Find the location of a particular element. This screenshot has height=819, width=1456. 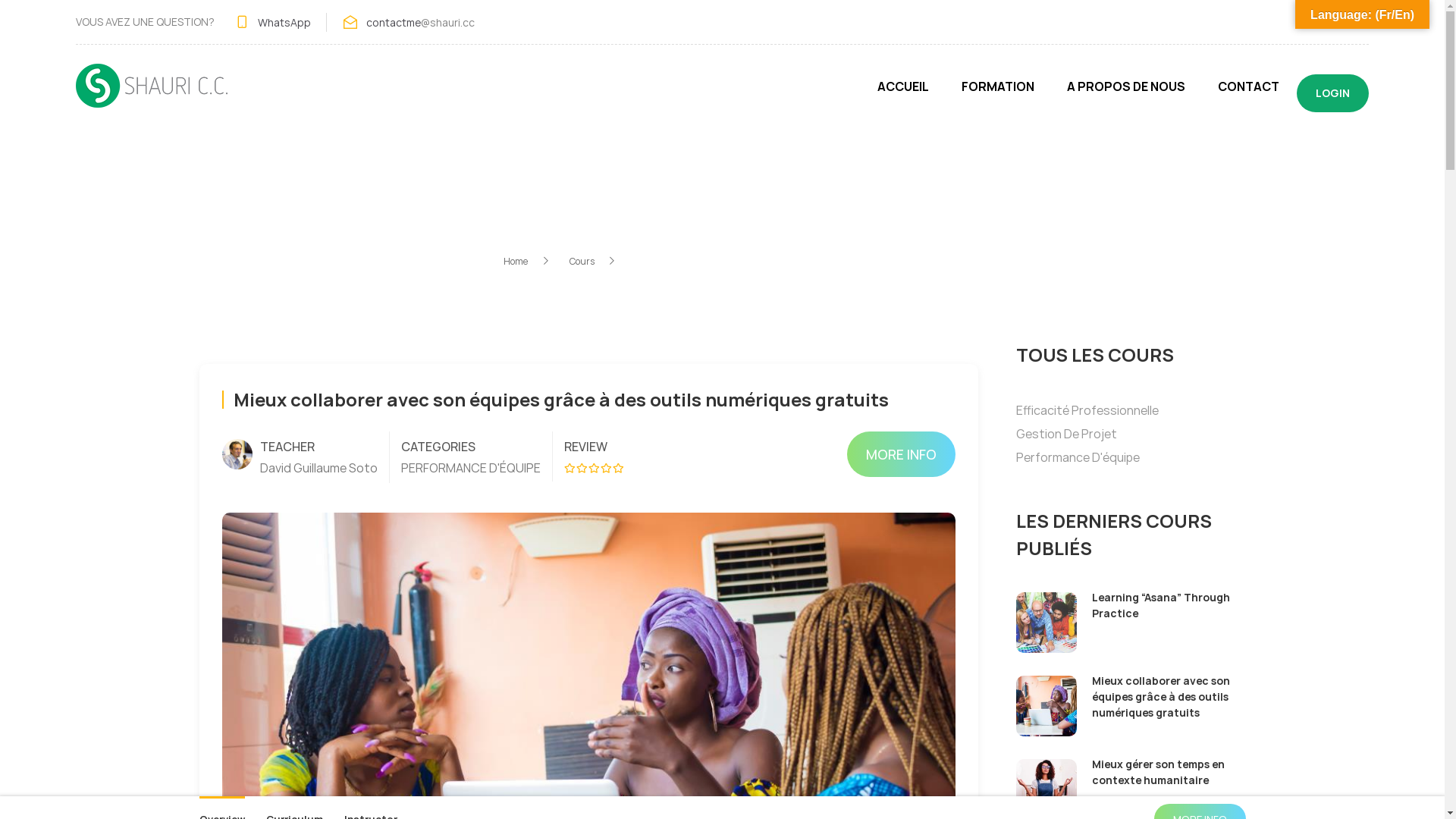

'CONTACT' is located at coordinates (1248, 93).